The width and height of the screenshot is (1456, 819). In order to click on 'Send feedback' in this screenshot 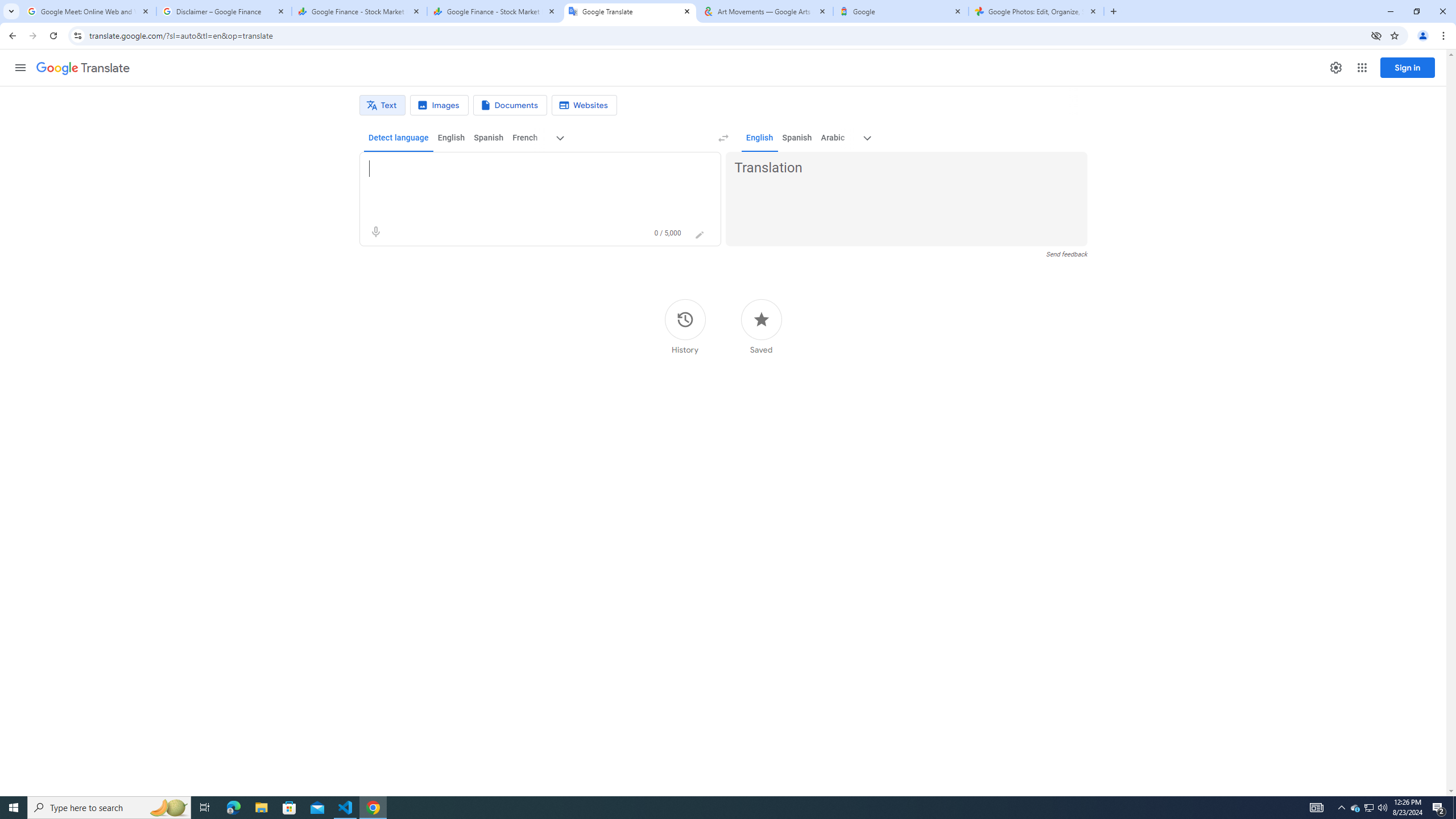, I will do `click(1066, 254)`.